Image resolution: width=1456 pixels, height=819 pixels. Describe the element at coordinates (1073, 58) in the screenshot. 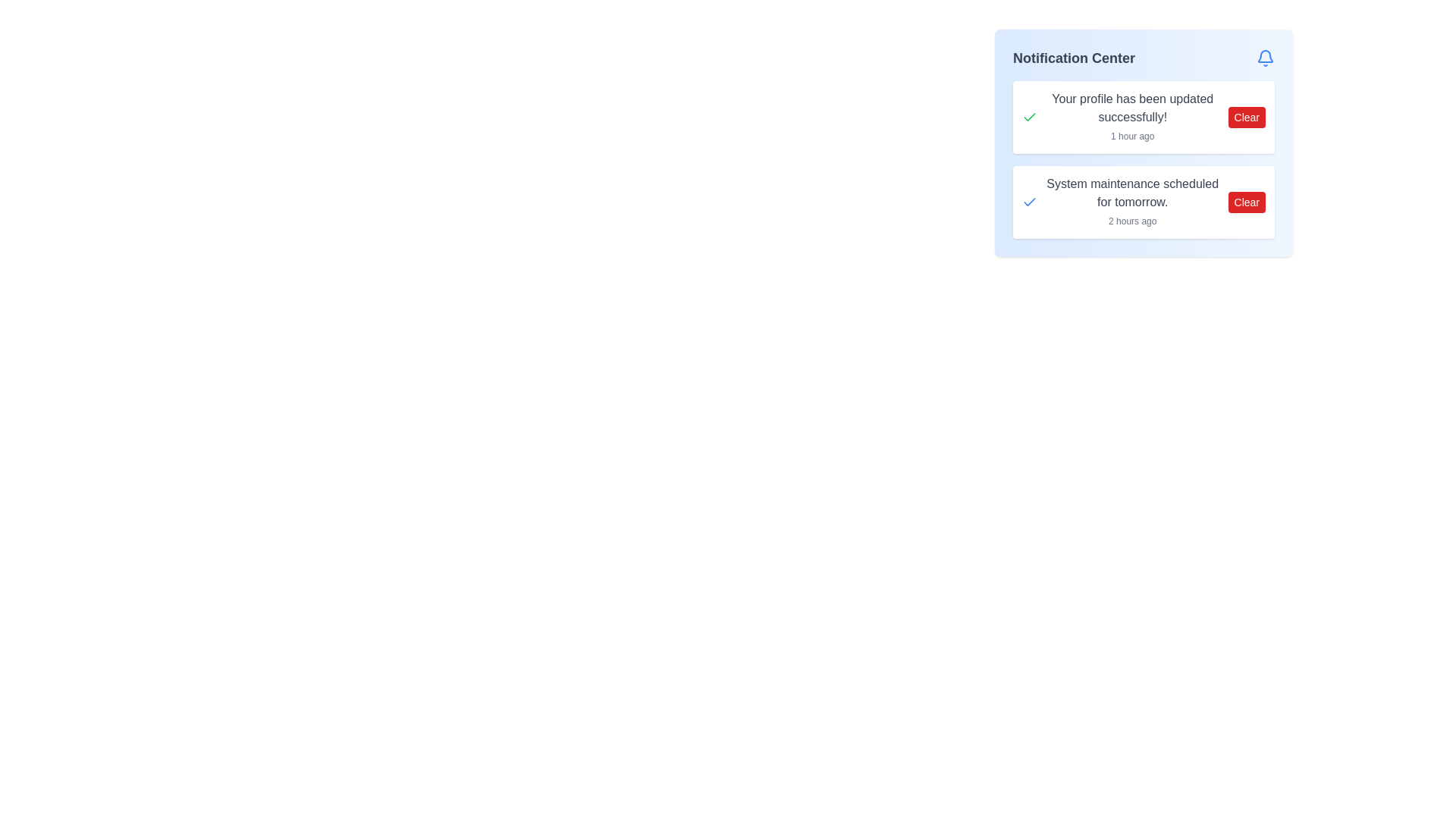

I see `the 'Notification Center' text label, which serves as the section title and is positioned to the left of a notification bell icon` at that location.